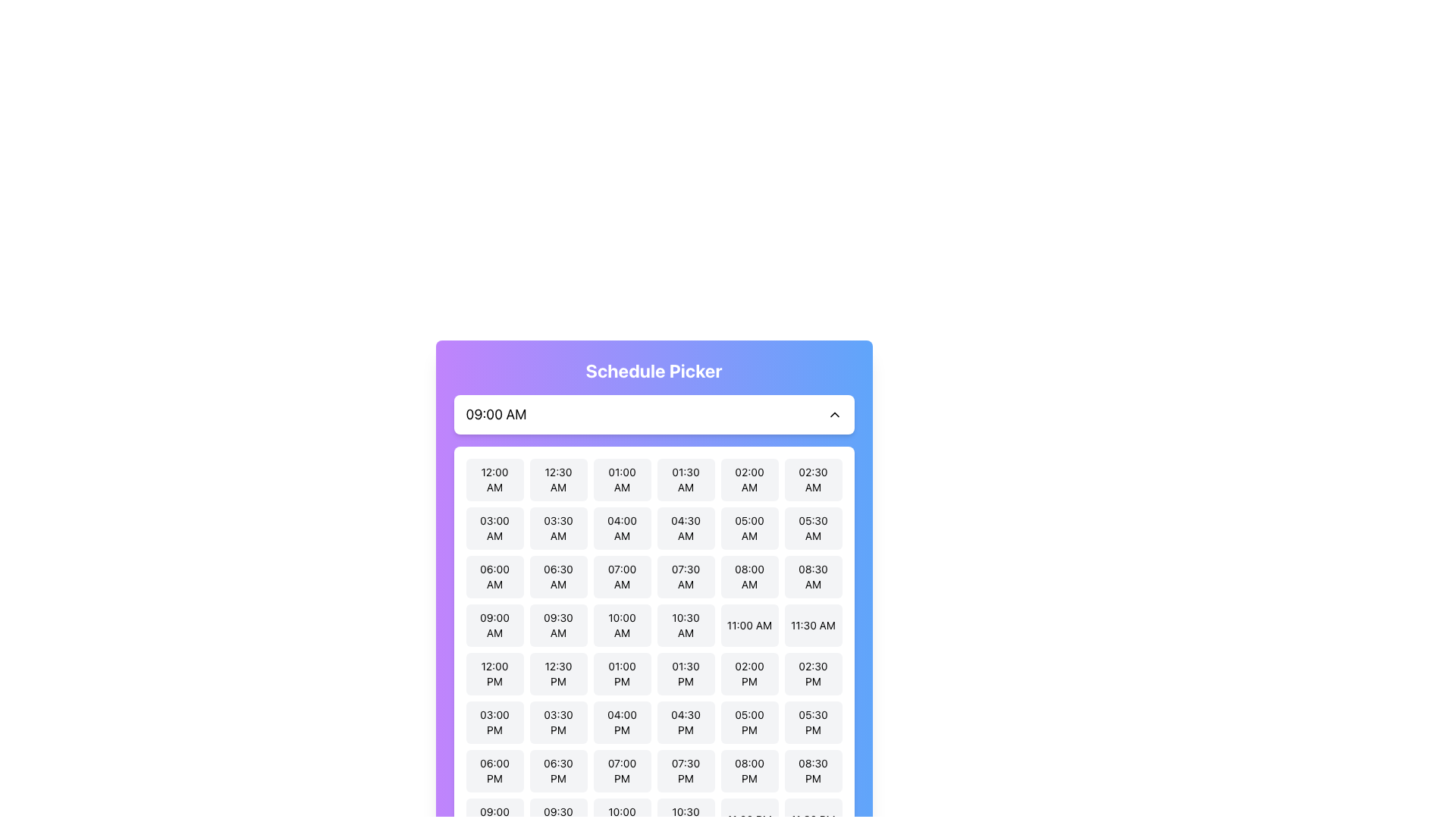  What do you see at coordinates (812, 576) in the screenshot?
I see `the rectangular button labeled '08:30 AM' with a light gray background` at bounding box center [812, 576].